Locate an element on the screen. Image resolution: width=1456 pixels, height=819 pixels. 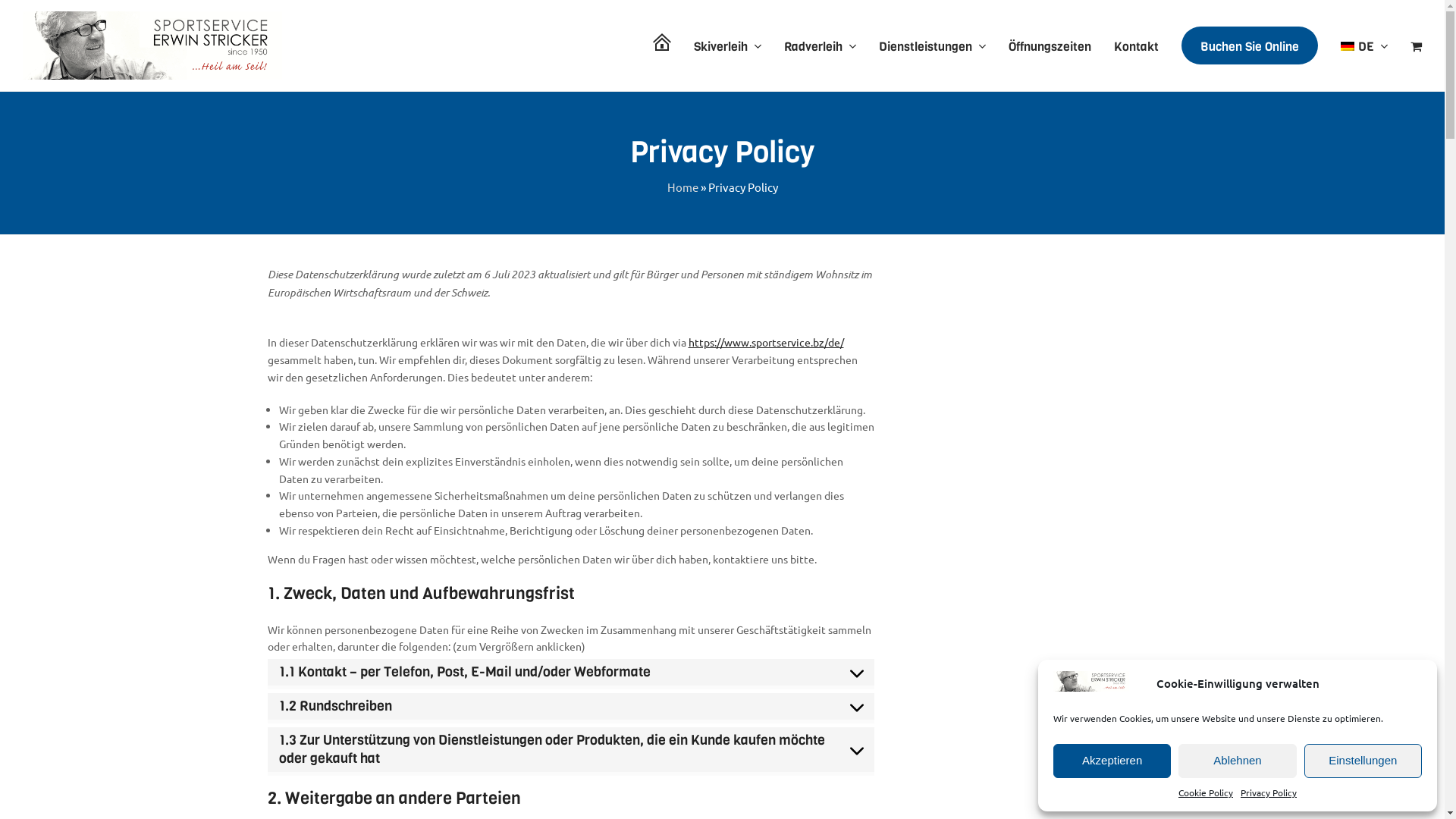
'Cookie Policy' is located at coordinates (1204, 792).